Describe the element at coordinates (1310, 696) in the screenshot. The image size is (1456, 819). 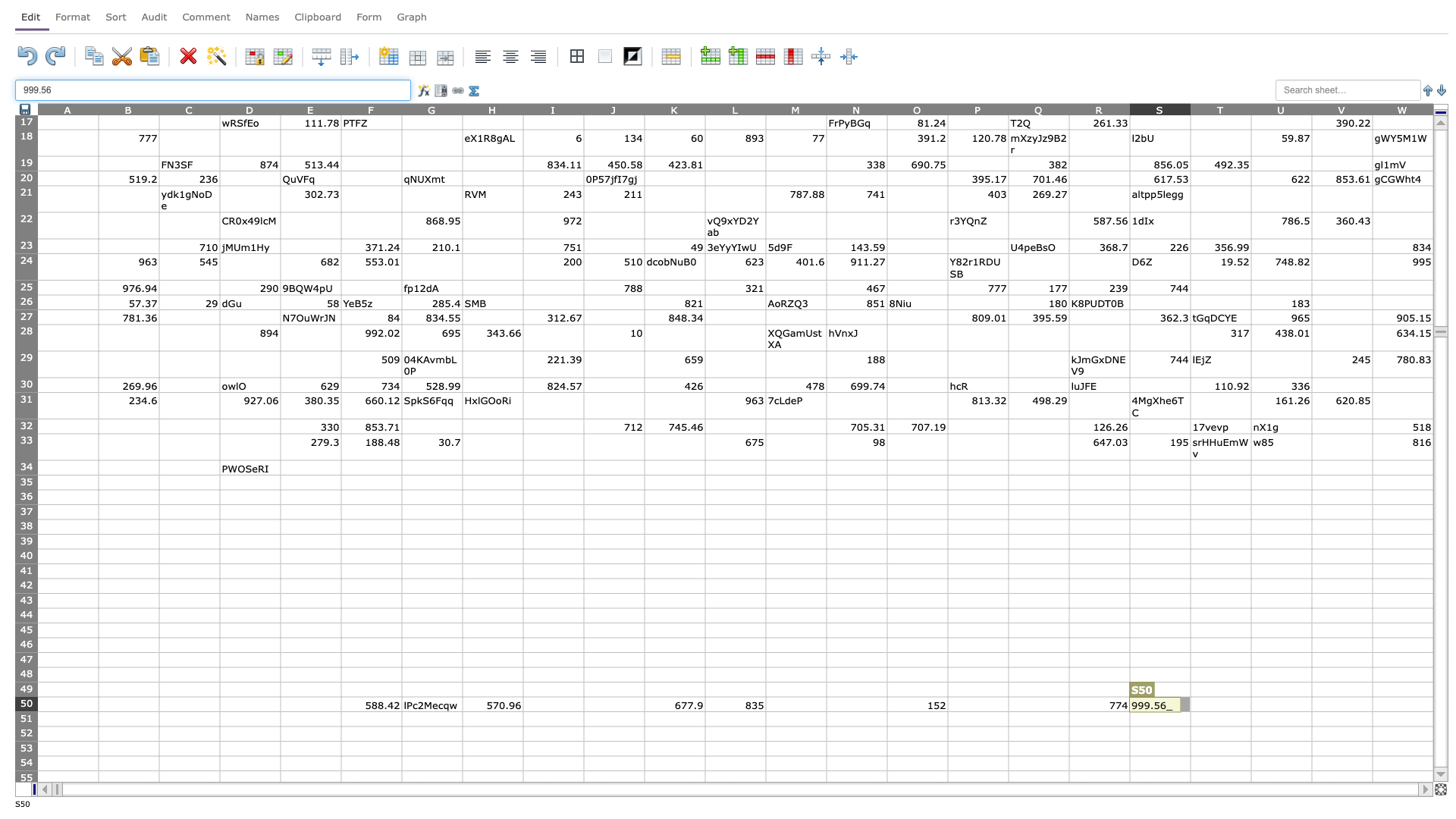
I see `Top left of cell V50` at that location.